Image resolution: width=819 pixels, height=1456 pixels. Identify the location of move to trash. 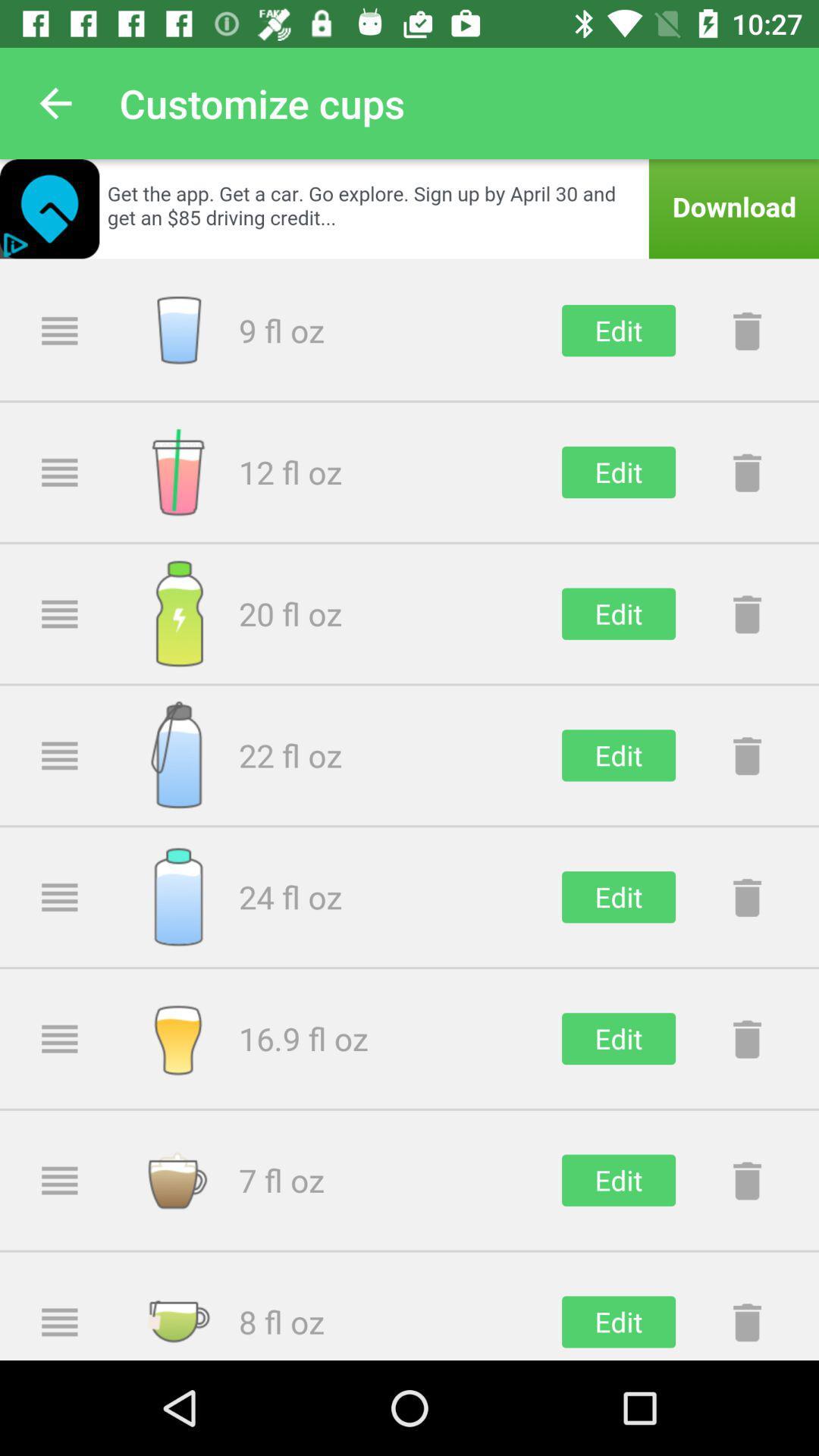
(746, 613).